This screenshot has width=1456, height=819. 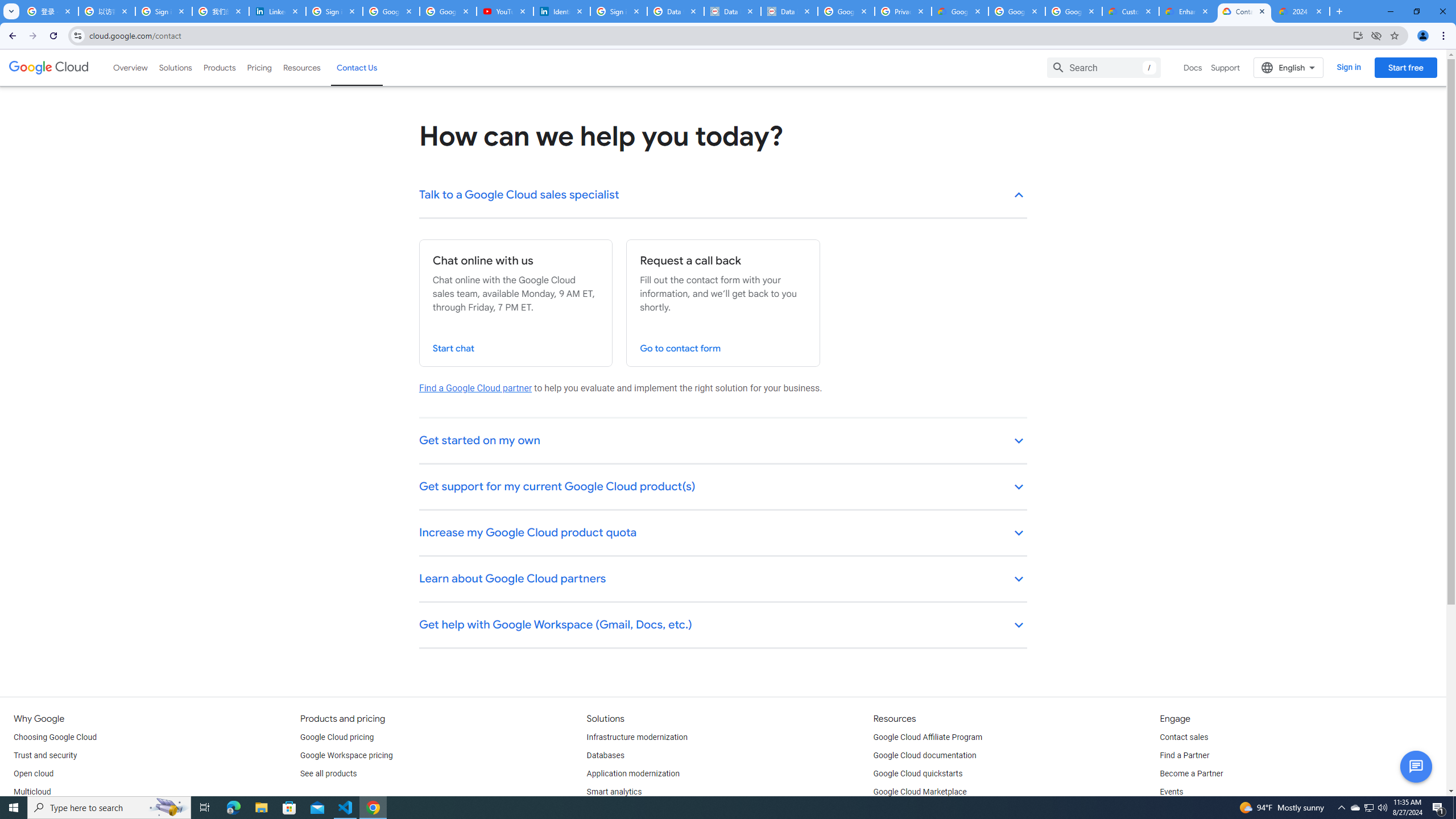 I want to click on 'Databases', so click(x=605, y=755).